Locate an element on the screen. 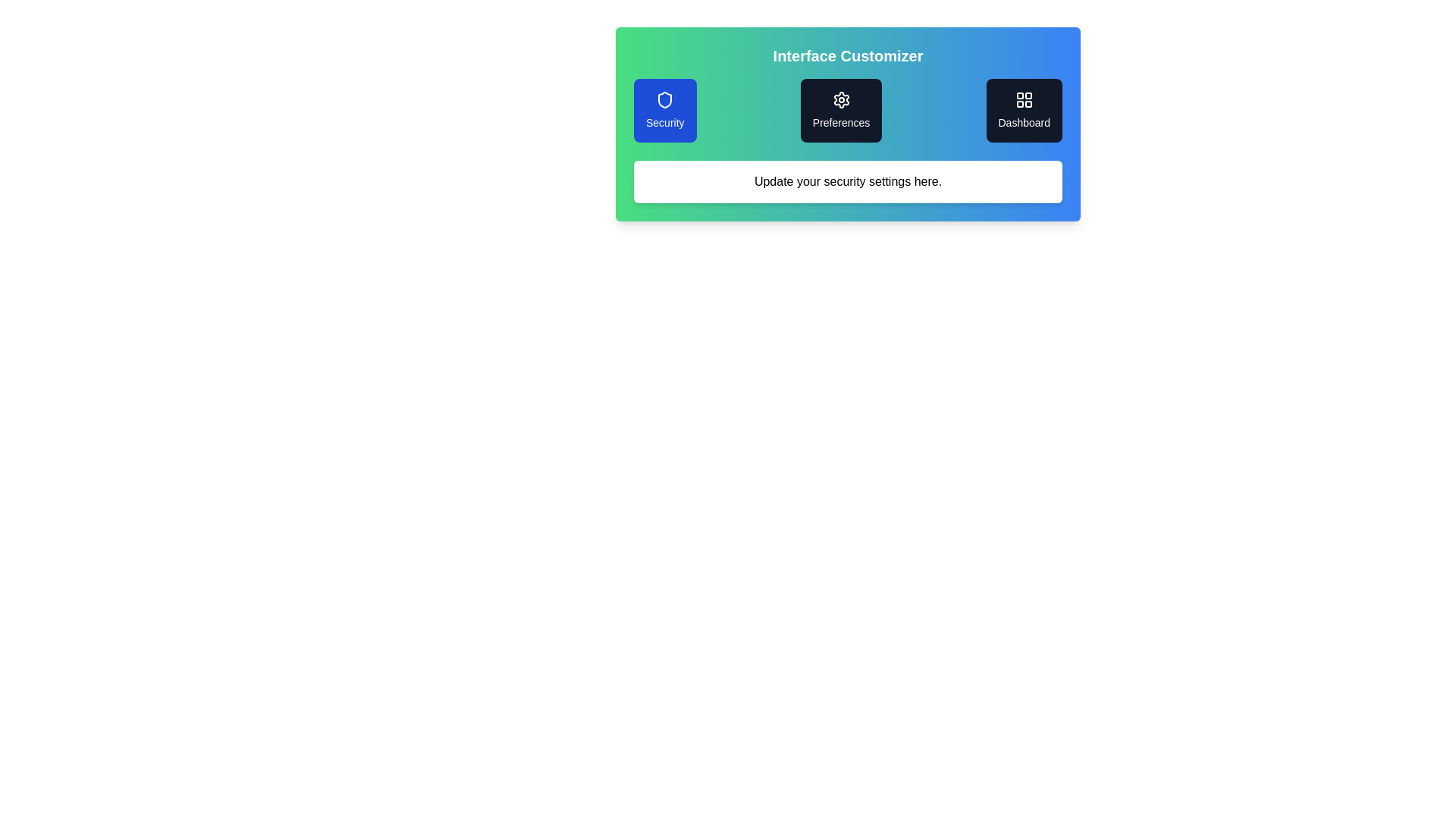  cog or gear icon within the 'Preferences' tile, which is located between the 'Security' tile and the 'Dashboard' tile at the top section of the interface is located at coordinates (840, 99).